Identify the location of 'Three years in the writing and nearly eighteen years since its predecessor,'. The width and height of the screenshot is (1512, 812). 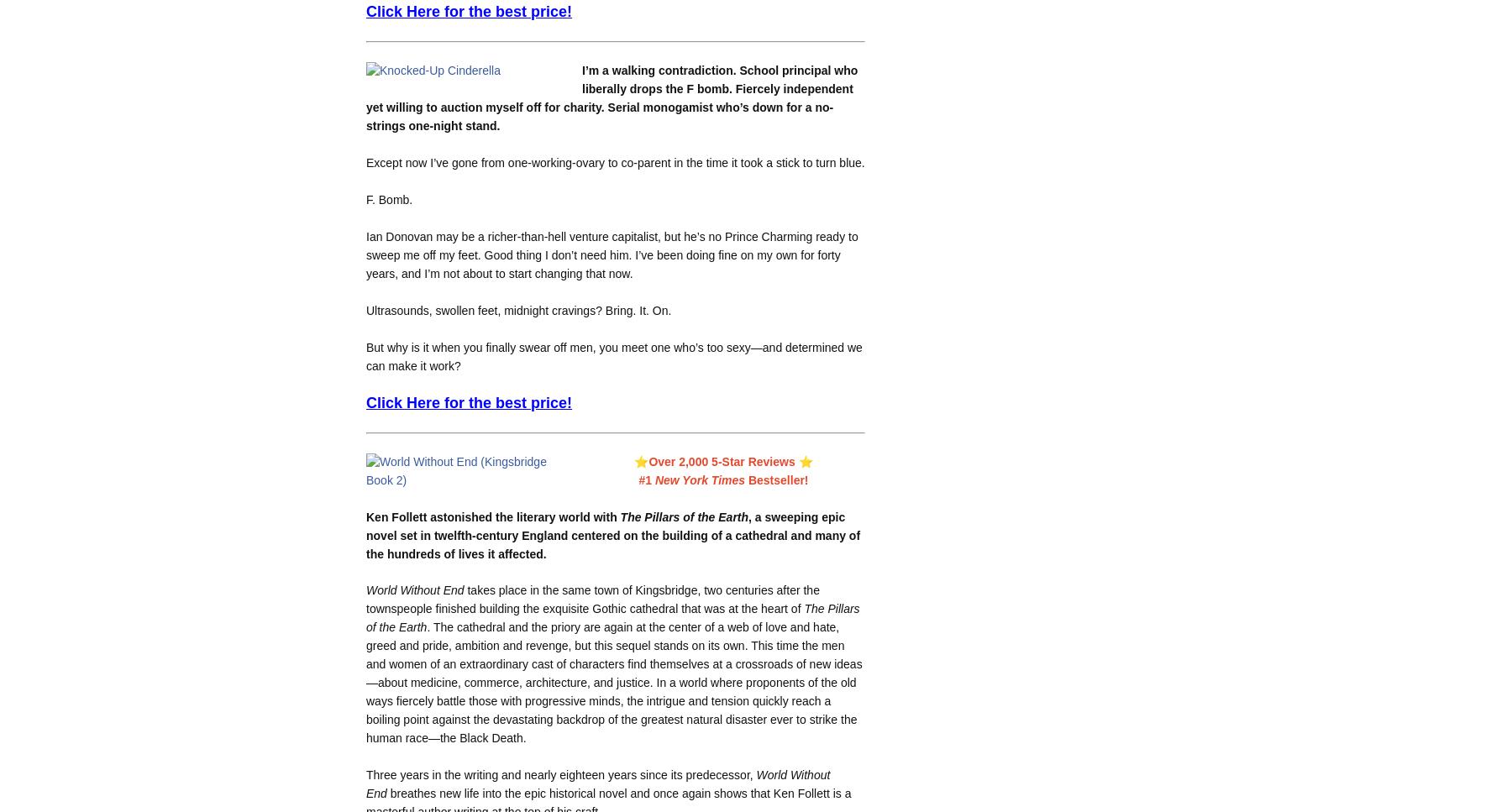
(560, 775).